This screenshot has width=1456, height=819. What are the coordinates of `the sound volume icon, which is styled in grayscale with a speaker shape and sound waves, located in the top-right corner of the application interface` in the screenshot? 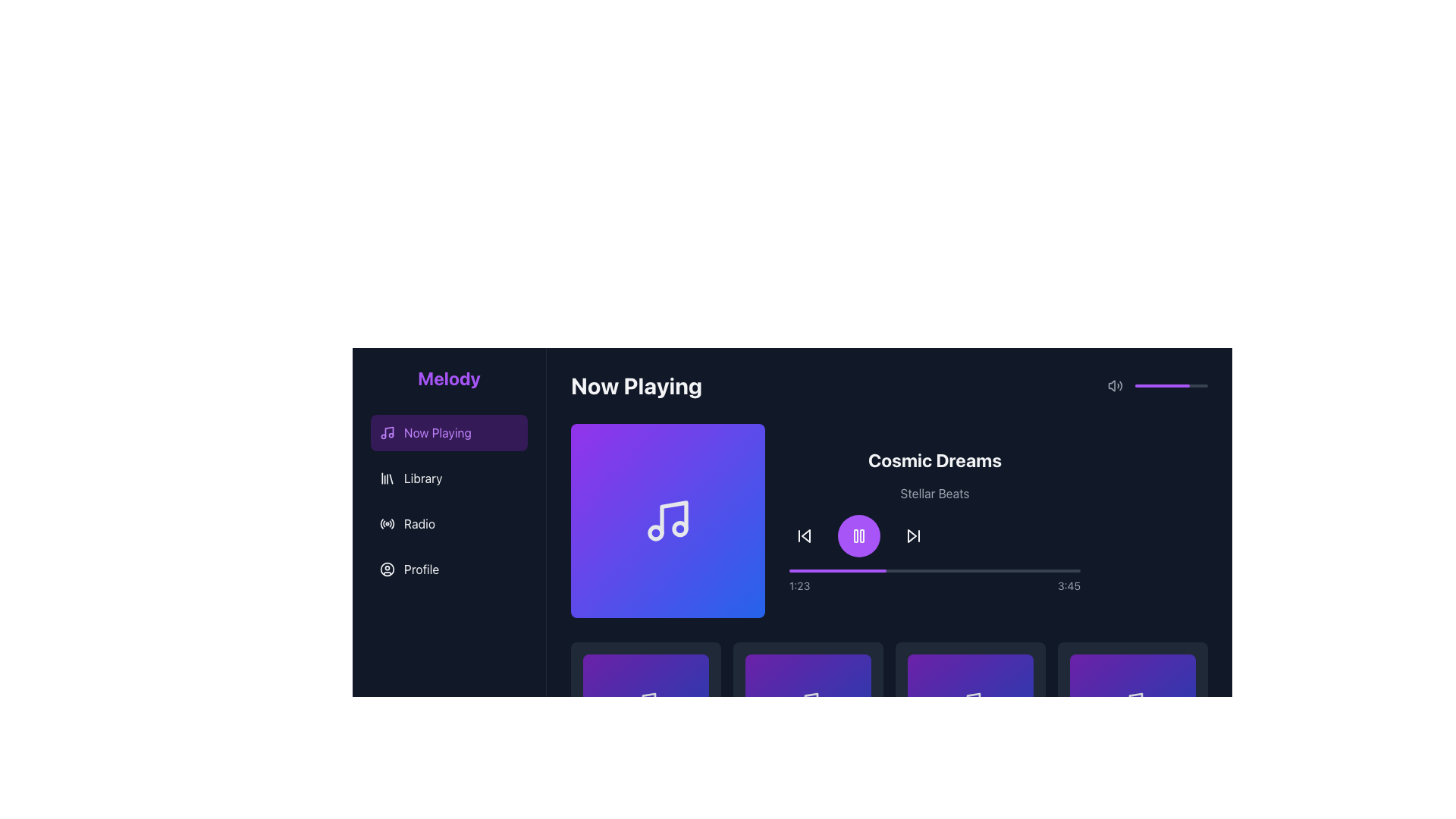 It's located at (1115, 385).